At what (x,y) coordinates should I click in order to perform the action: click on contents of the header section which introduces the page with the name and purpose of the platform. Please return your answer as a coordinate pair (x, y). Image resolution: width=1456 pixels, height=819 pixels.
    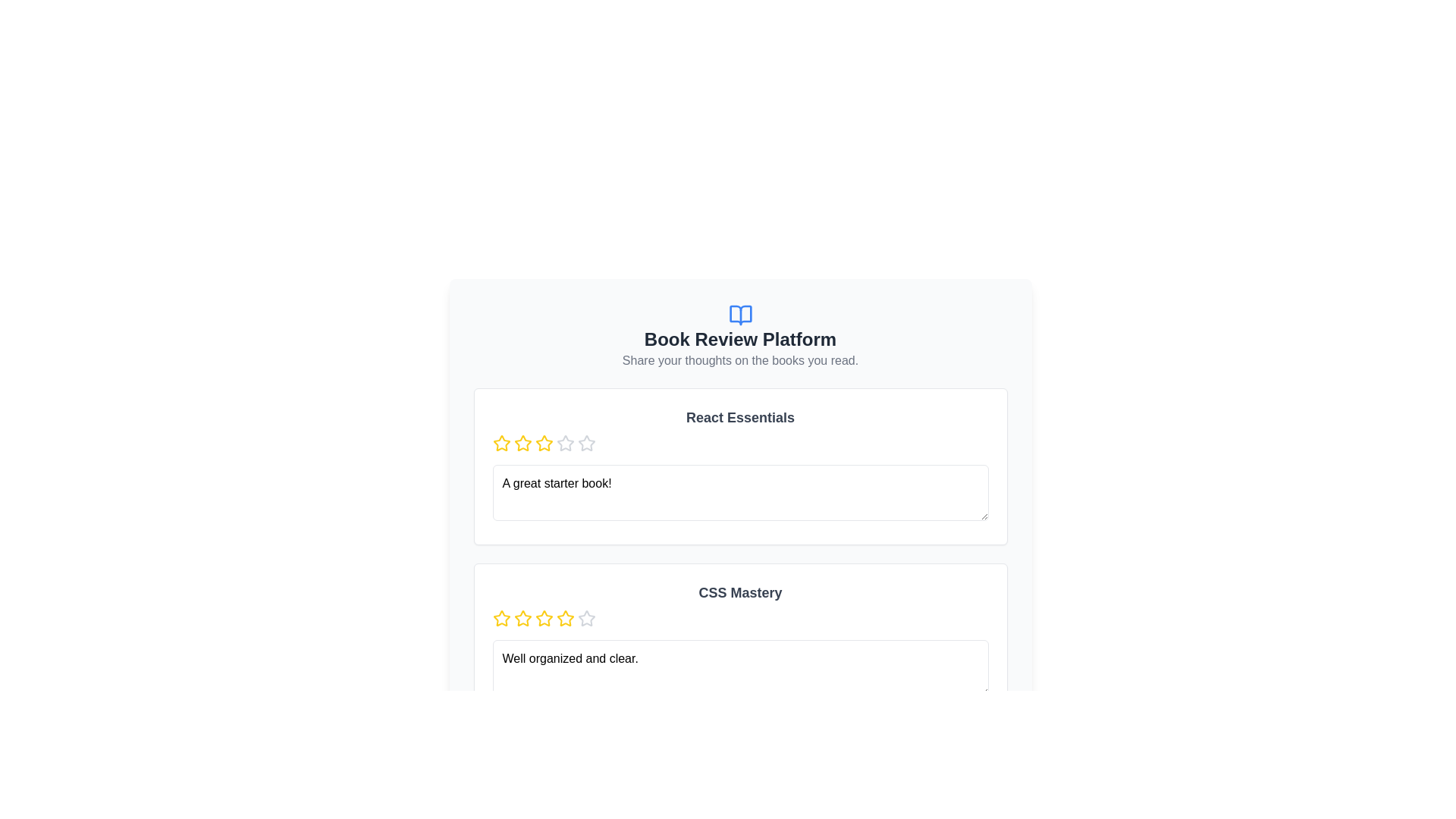
    Looking at the image, I should click on (740, 335).